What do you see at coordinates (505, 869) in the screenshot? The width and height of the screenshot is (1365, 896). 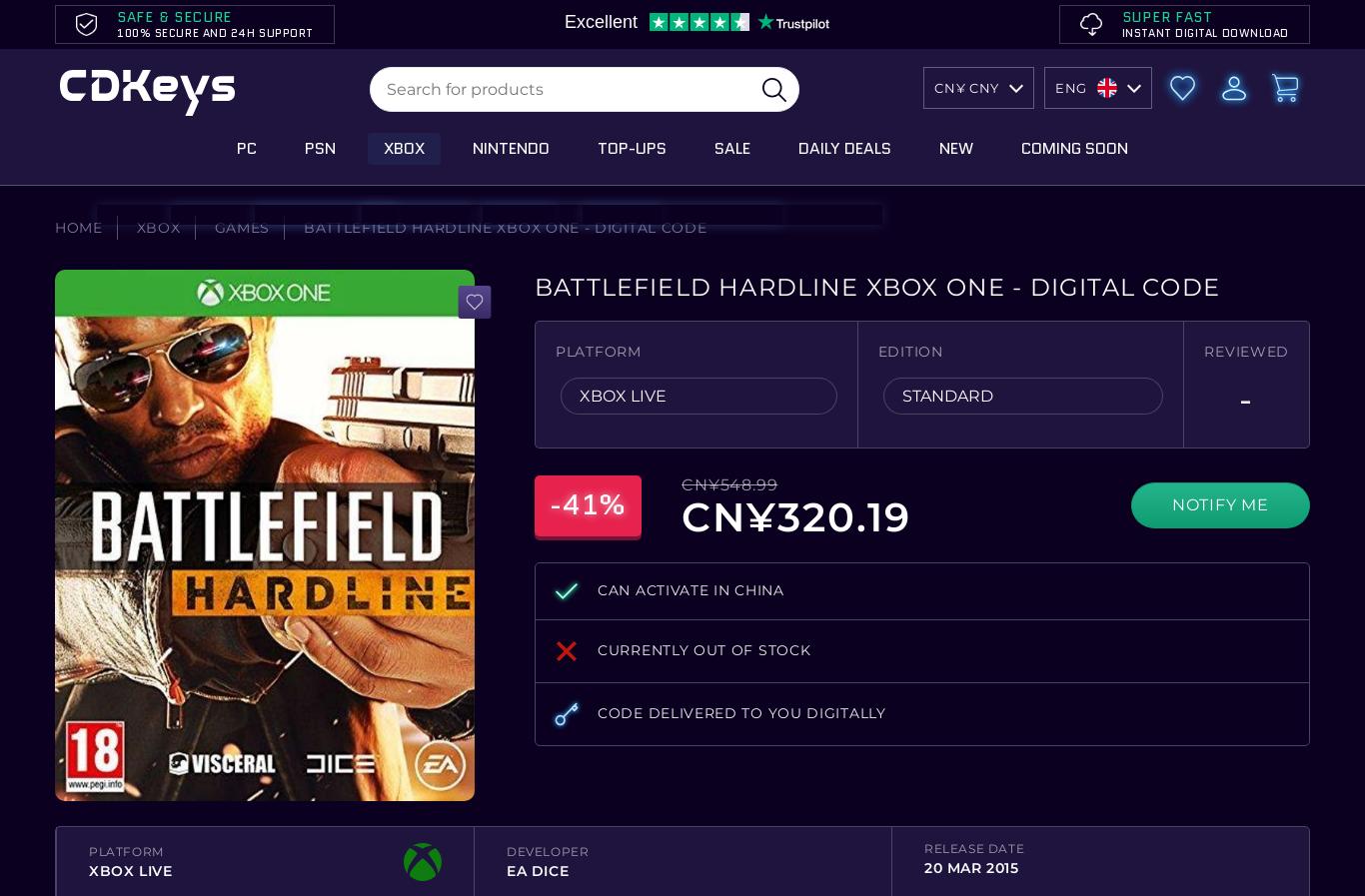 I see `'EA DICE'` at bounding box center [505, 869].